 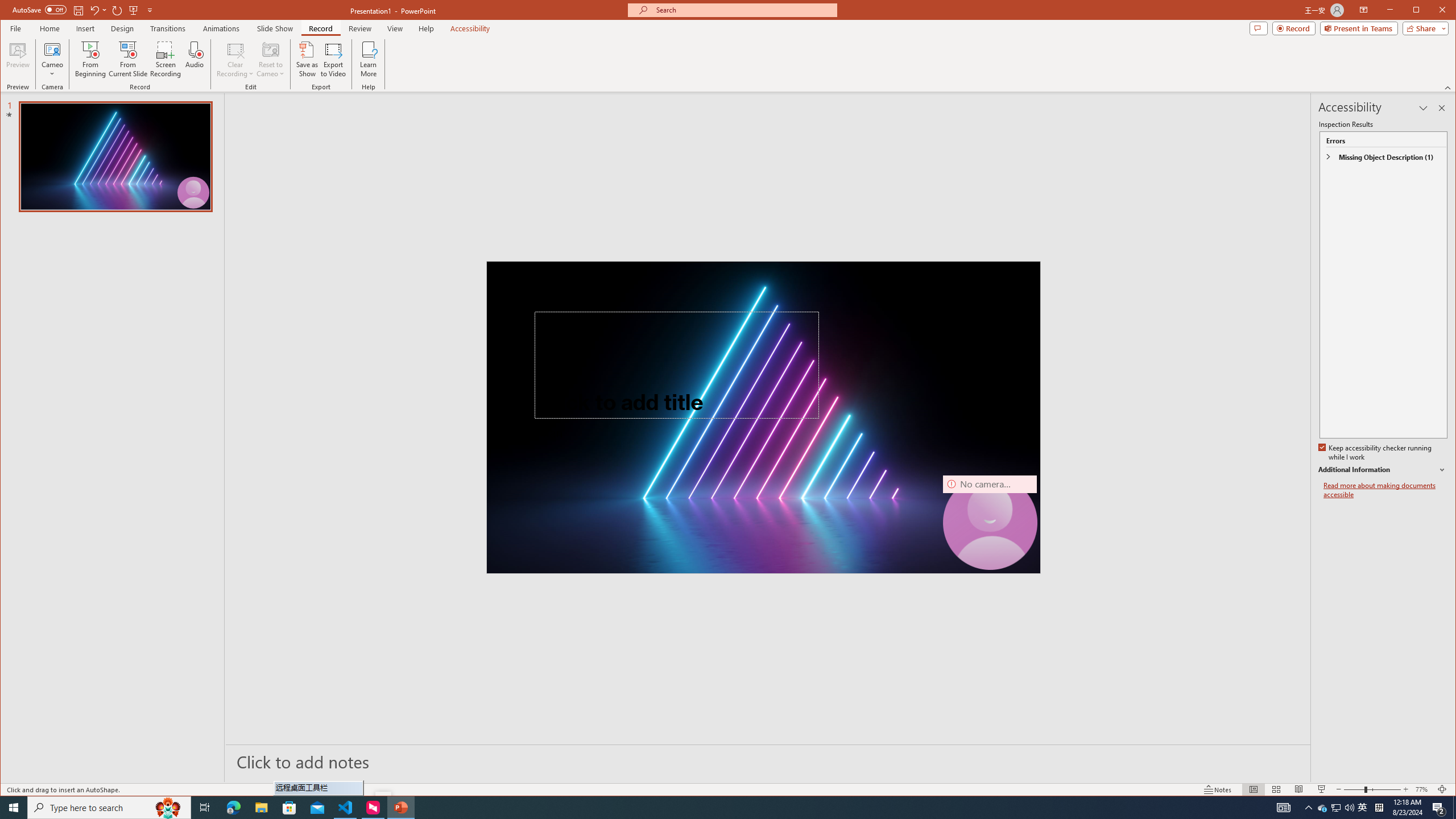 What do you see at coordinates (1308, 806) in the screenshot?
I see `'Notification Chevron'` at bounding box center [1308, 806].